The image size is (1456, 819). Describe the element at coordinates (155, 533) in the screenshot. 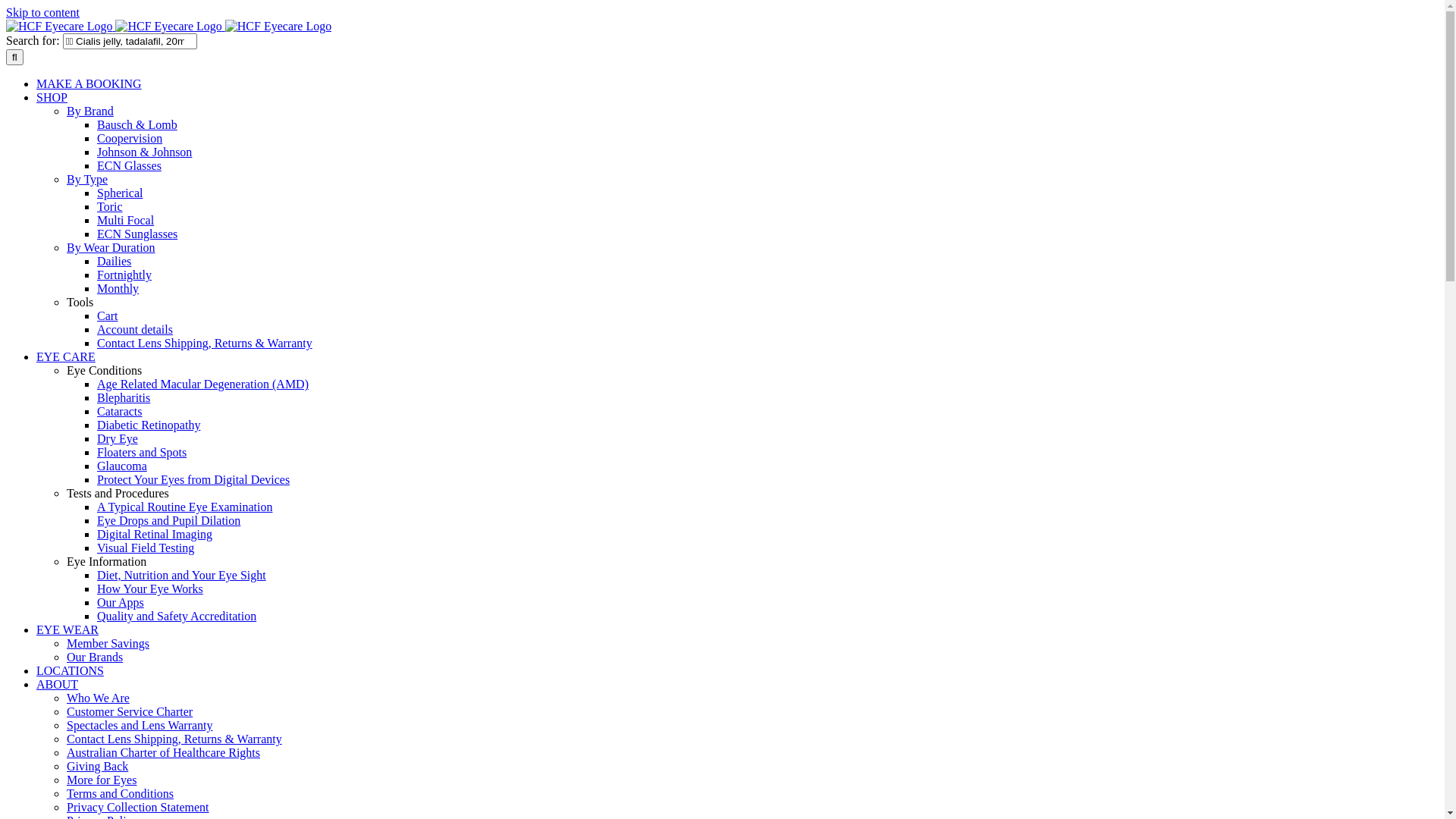

I see `'Digital Retinal Imaging'` at that location.